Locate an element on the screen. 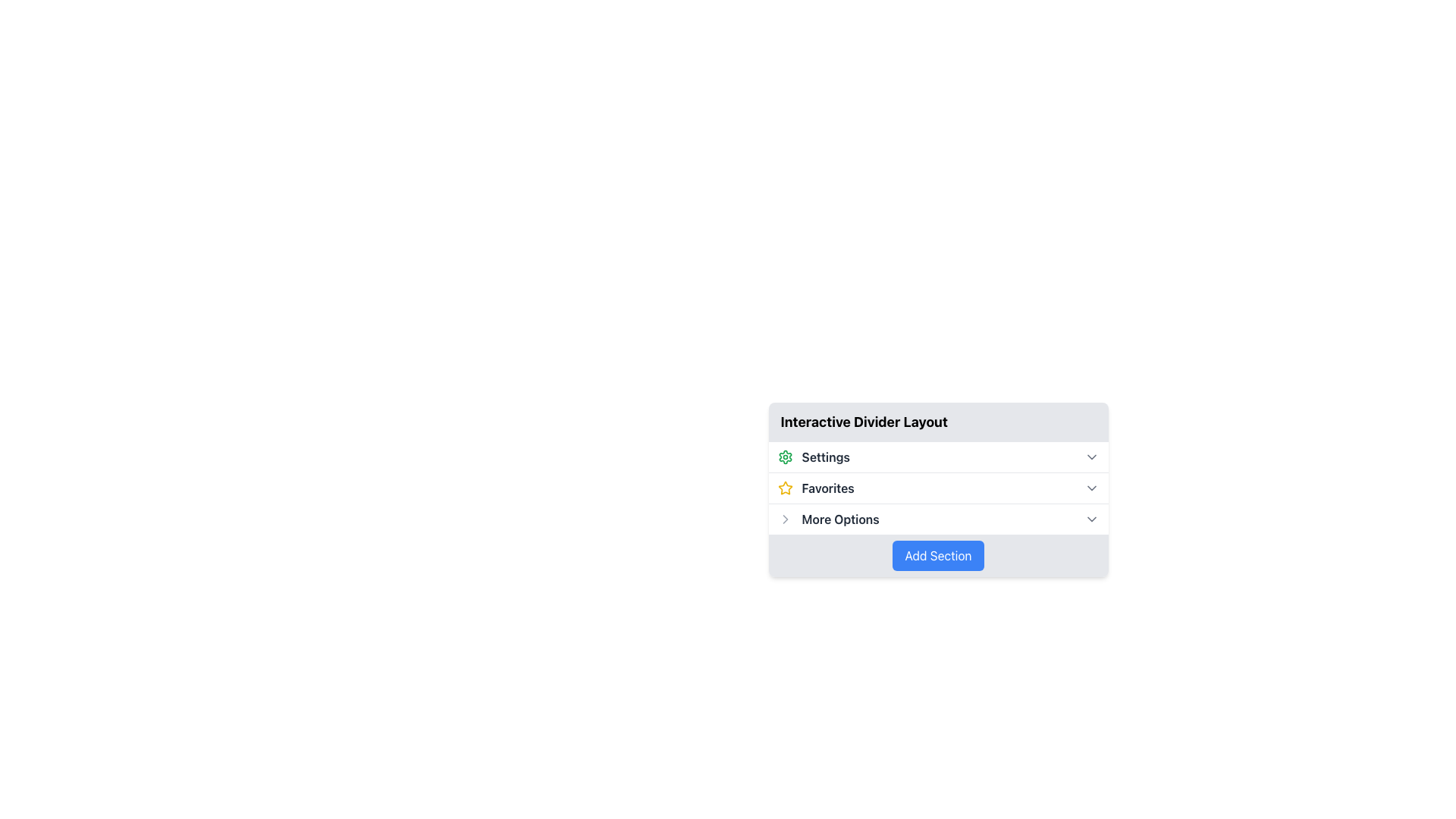 This screenshot has height=819, width=1456. the Text Label in the third row of the menu within the 'Interactive Divider Layout', positioned below the 'Favorites' row and above the 'Add Section' blue button is located at coordinates (839, 519).